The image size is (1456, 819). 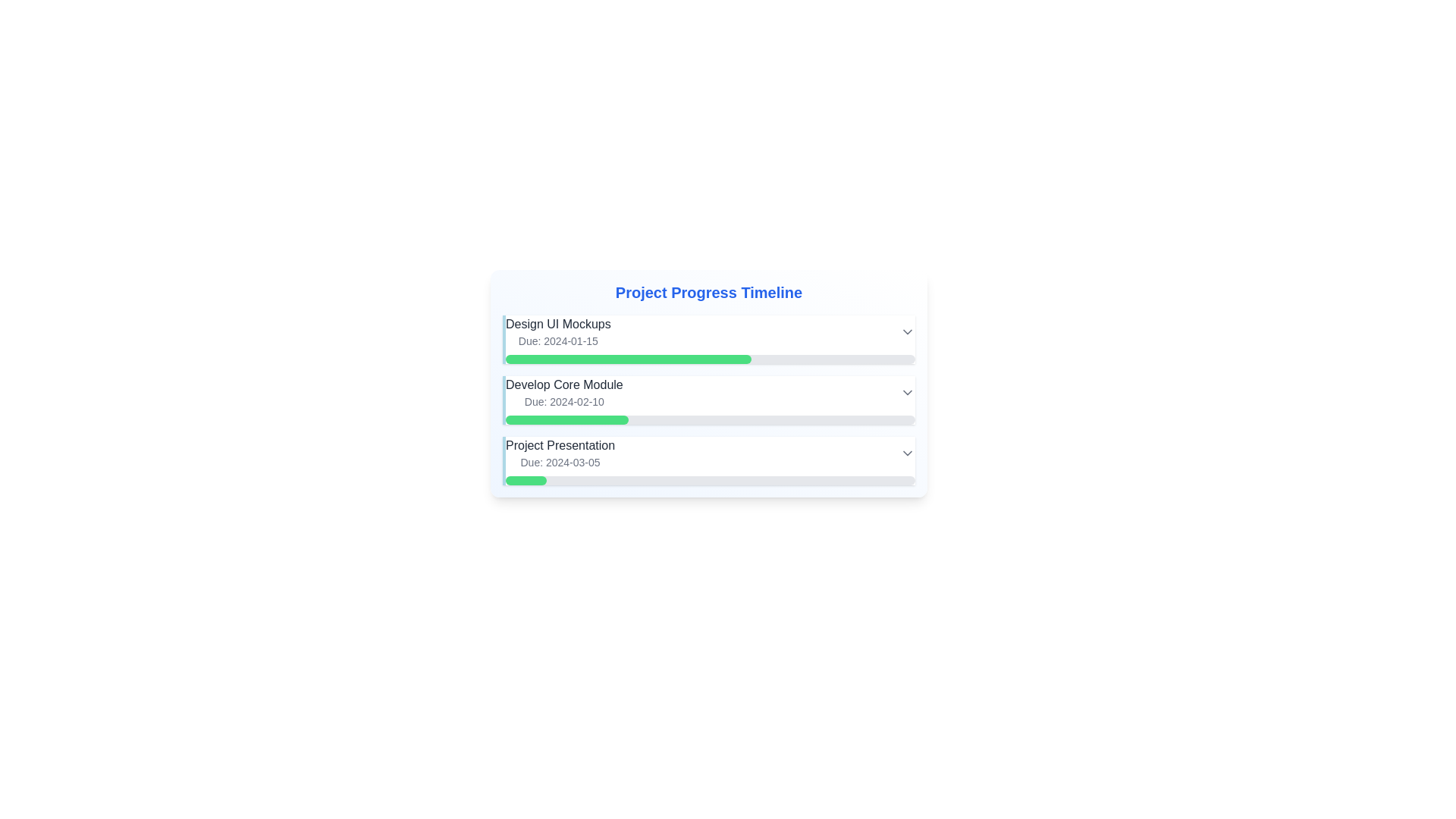 What do you see at coordinates (560, 444) in the screenshot?
I see `the Text label that serves as a title or identifier for a specific task or item in the list, located above the progress bar and below the 'Develop Core Module' item` at bounding box center [560, 444].